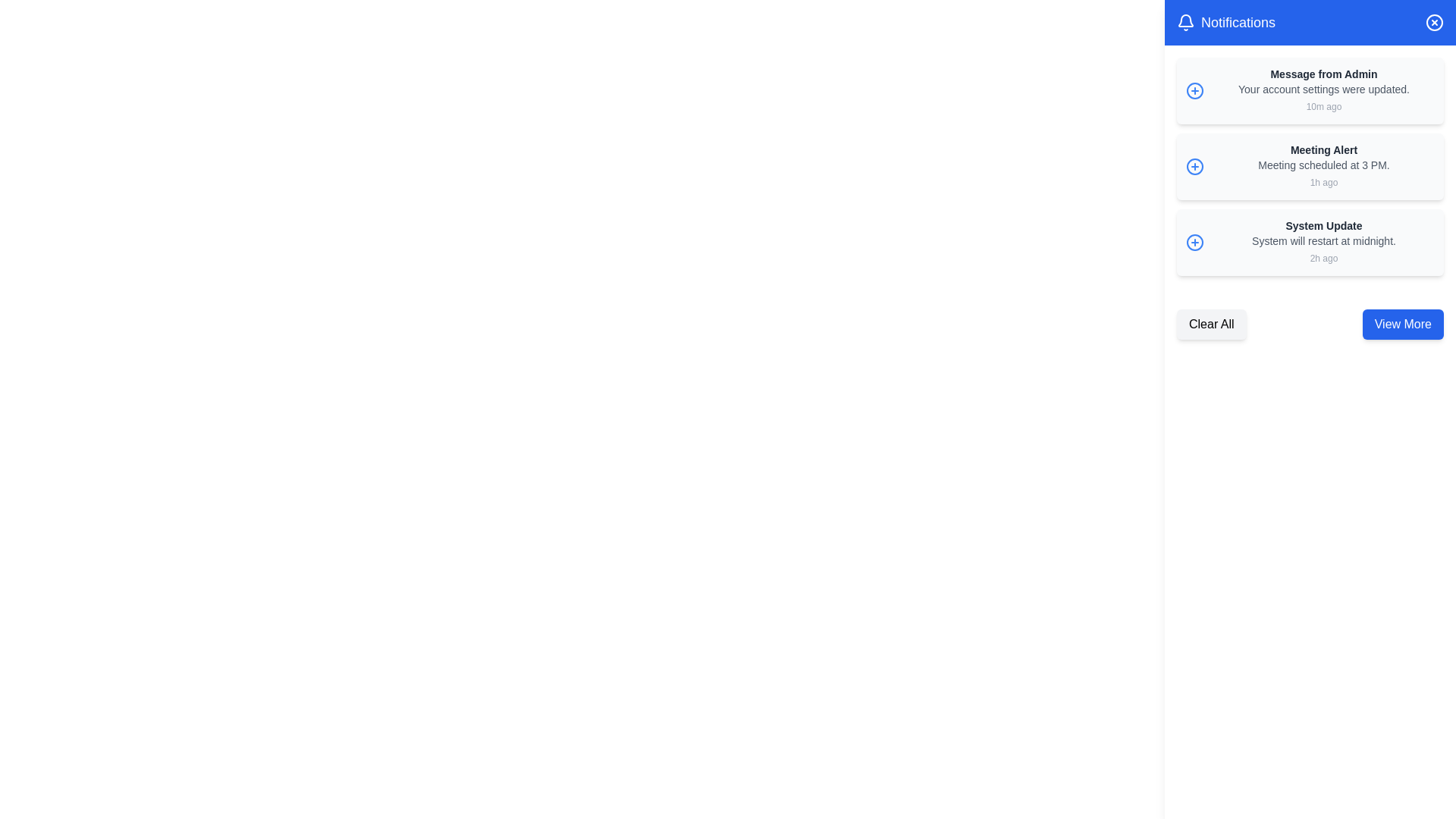  What do you see at coordinates (1433, 23) in the screenshot?
I see `the Close icon button, which is a circular icon with a cross in its center, located at the top-right corner of the Notifications header bar` at bounding box center [1433, 23].